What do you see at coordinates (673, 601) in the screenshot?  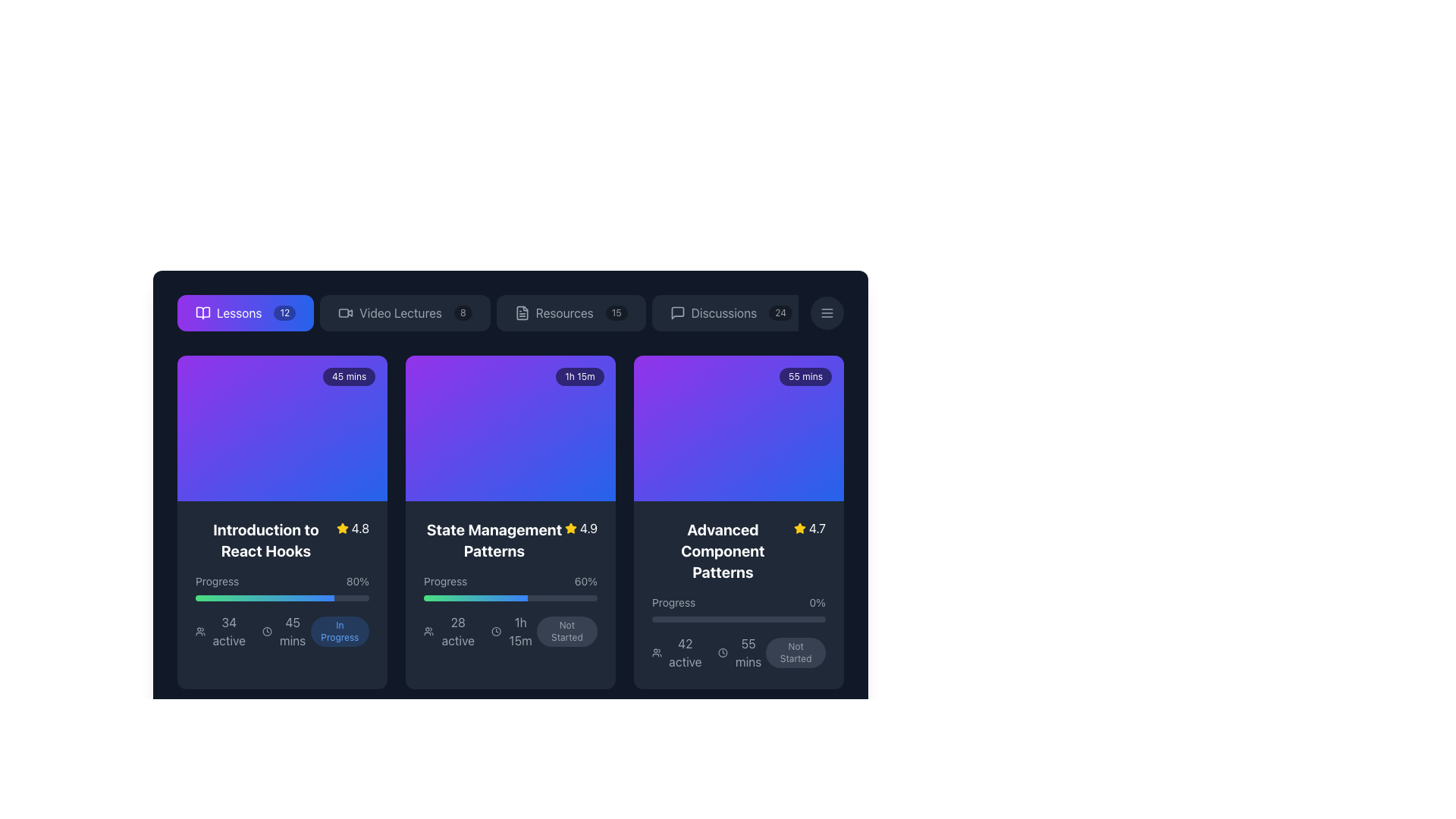 I see `the text label that reads 'Progress', which is styled in a small, gray font and aligned left within a dark rectangle, located above a progress bar and percentage indicator in the card for 'Advanced Component Patterns'` at bounding box center [673, 601].